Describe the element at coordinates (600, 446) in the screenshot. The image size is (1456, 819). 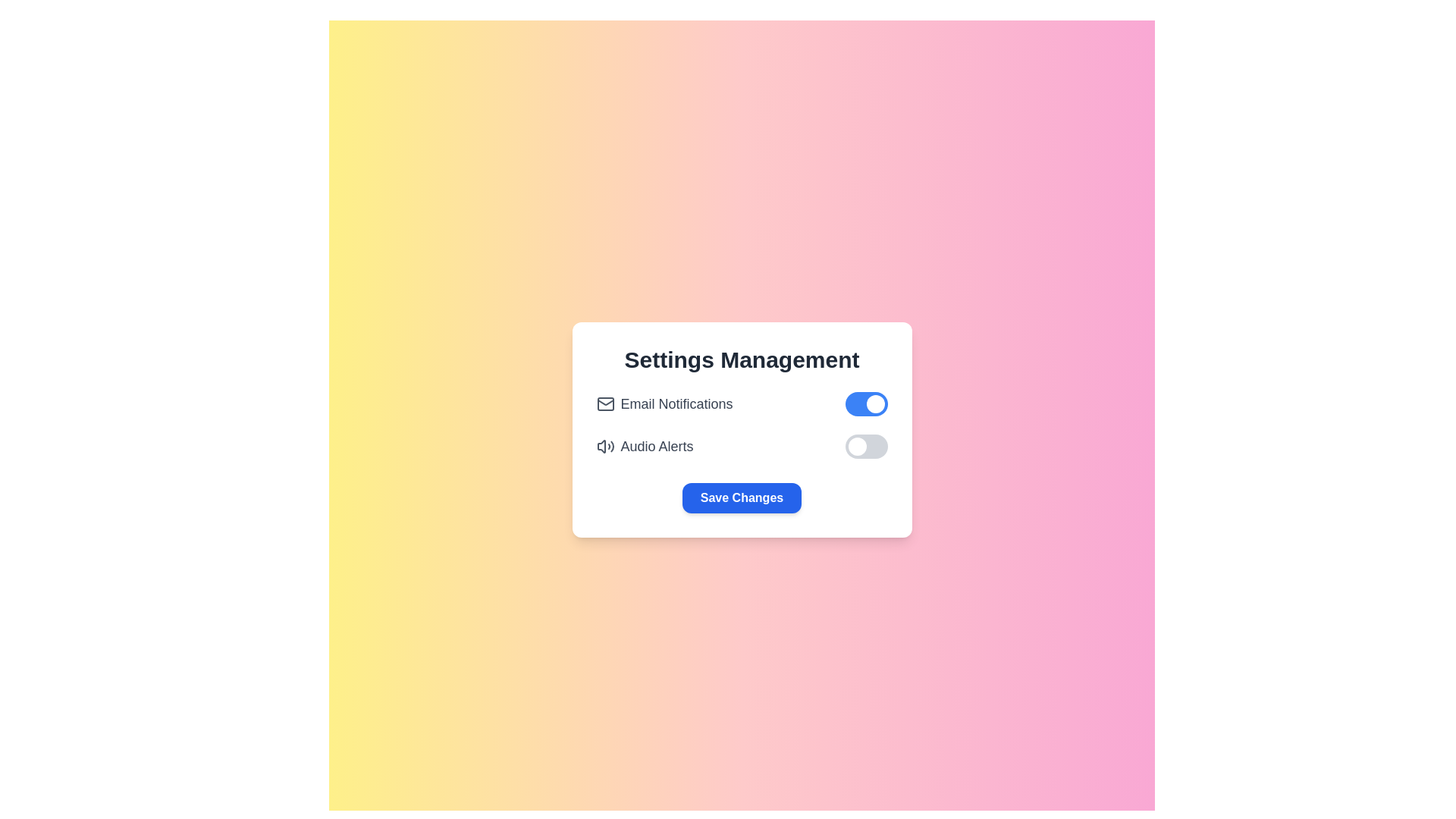
I see `the leftmost portion of the speaker icon, which is black on a white background and located to the left of the 'Audio Alerts' text in the settings menu` at that location.